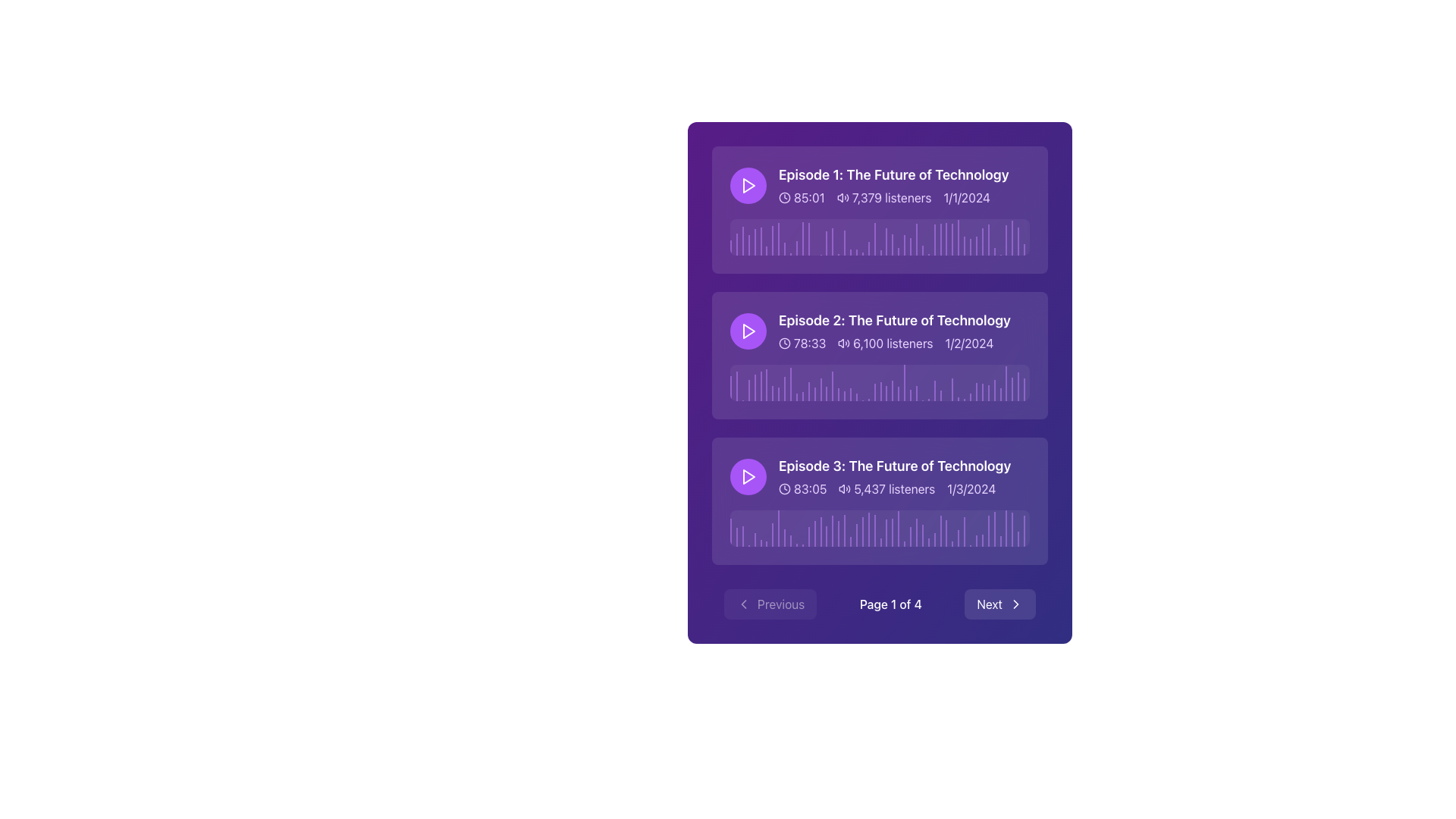 The image size is (1456, 819). Describe the element at coordinates (785, 197) in the screenshot. I see `the clock icon located at the top left of the first episode item in the vertical list, which signifies the time-related aspect of the content accompanied by the text '85:01'` at that location.